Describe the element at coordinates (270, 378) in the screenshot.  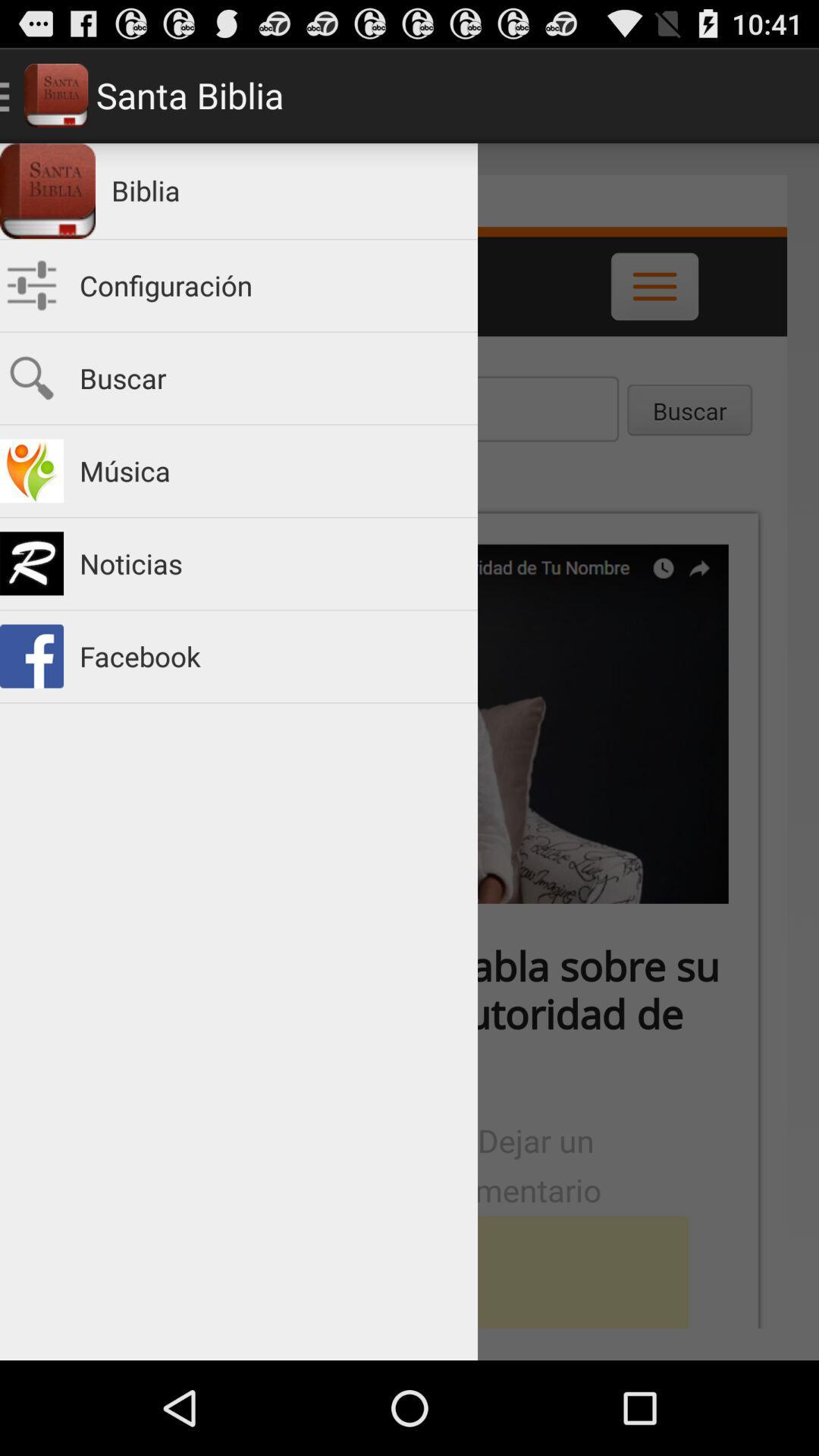
I see `buscar item` at that location.